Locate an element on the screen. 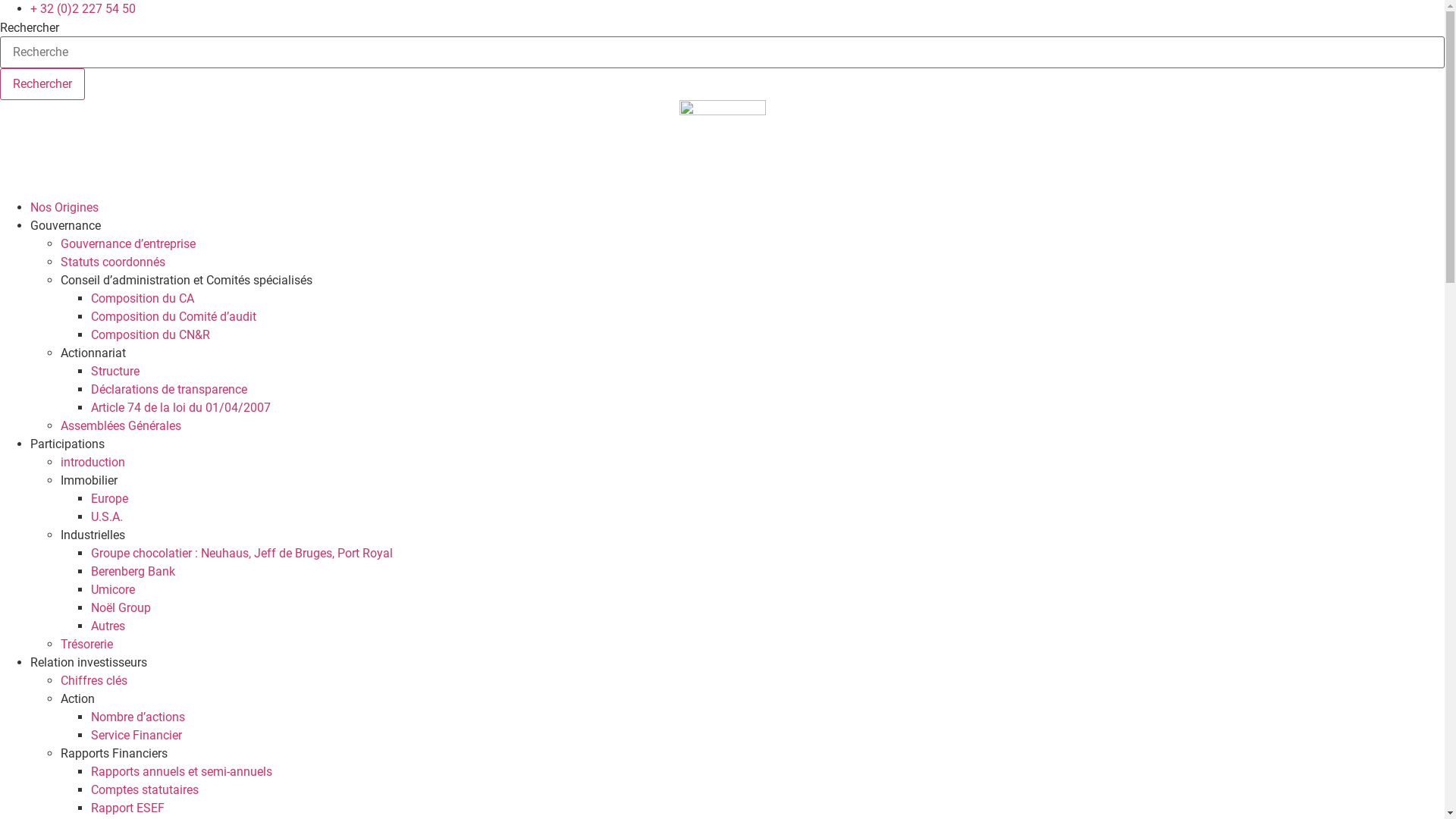 The width and height of the screenshot is (1456, 819). 'Actionnariat' is located at coordinates (93, 353).